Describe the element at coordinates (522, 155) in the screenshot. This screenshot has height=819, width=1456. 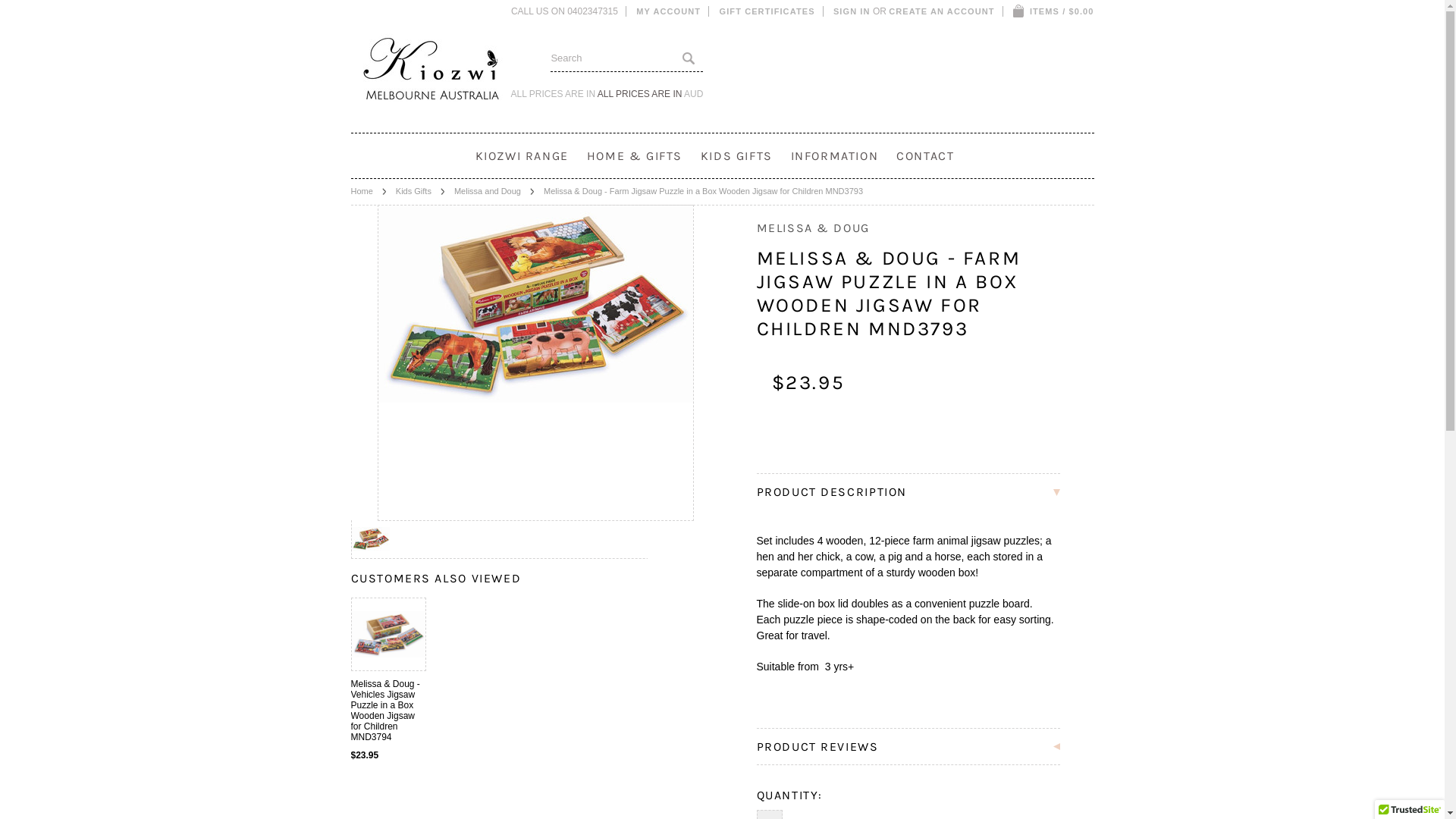
I see `'KIOZWI RANGE'` at that location.